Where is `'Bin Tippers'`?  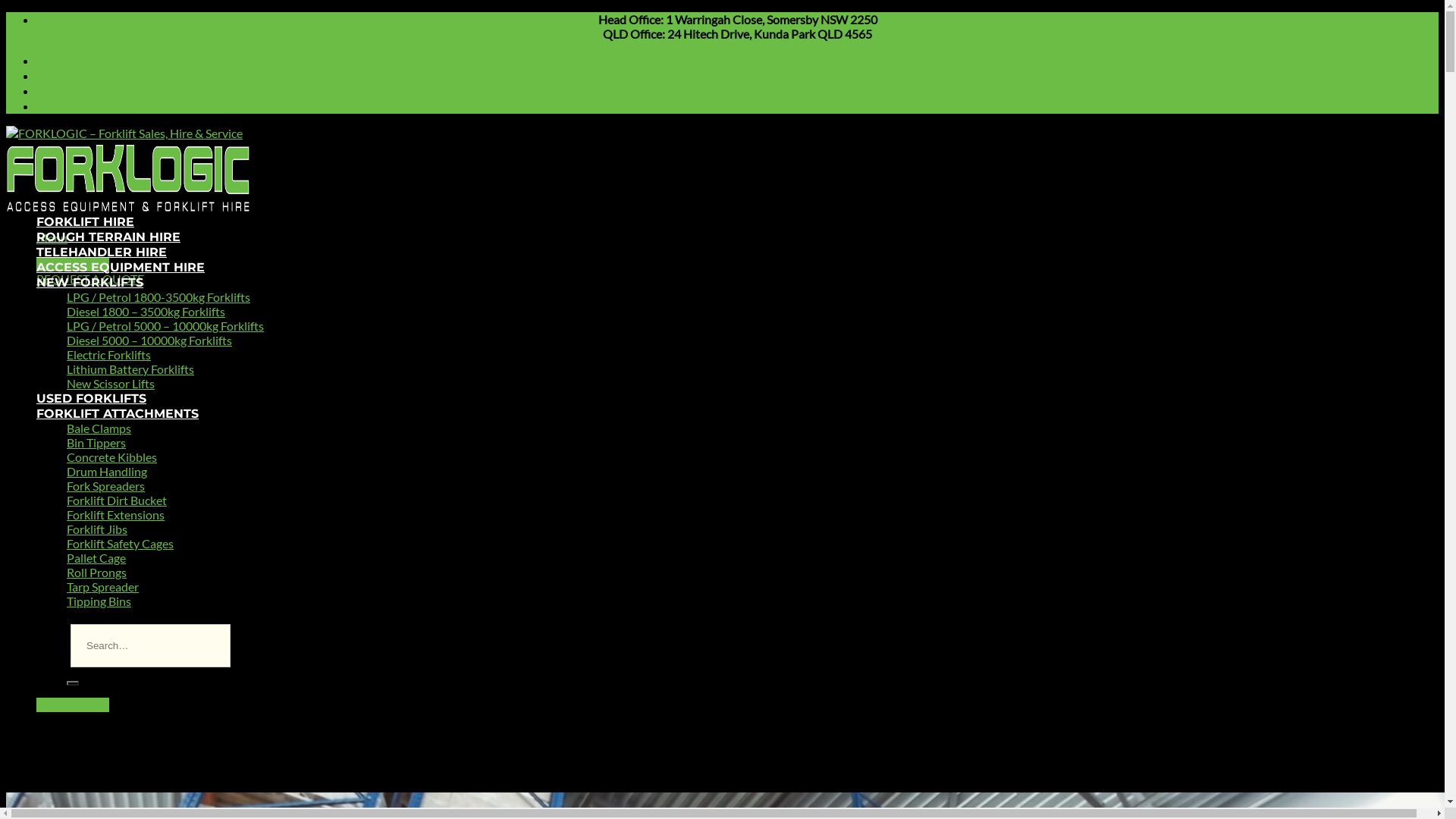 'Bin Tippers' is located at coordinates (95, 442).